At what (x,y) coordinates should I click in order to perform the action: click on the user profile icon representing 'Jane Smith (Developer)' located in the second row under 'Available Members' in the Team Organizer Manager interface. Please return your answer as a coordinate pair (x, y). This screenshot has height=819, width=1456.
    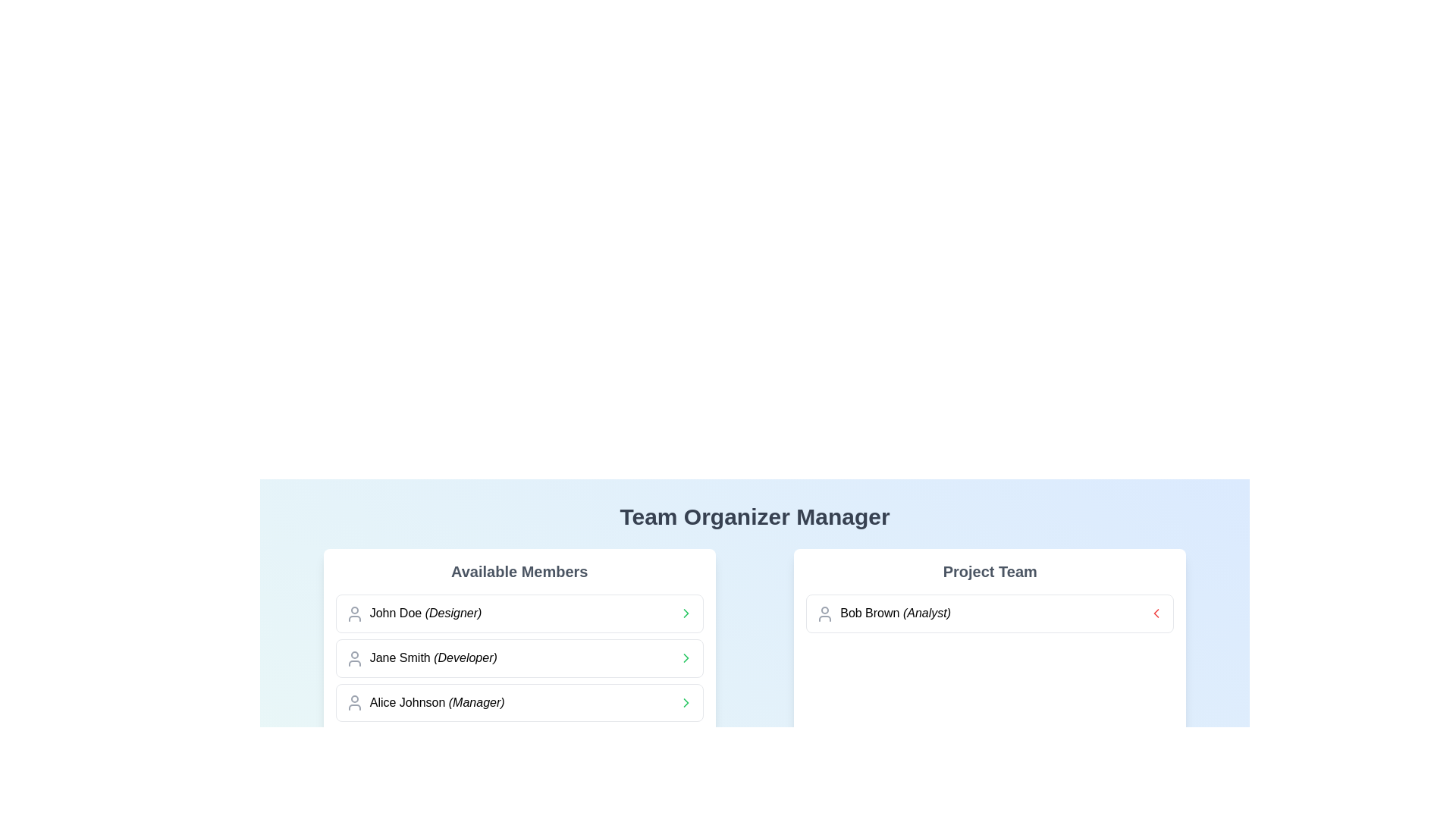
    Looking at the image, I should click on (353, 657).